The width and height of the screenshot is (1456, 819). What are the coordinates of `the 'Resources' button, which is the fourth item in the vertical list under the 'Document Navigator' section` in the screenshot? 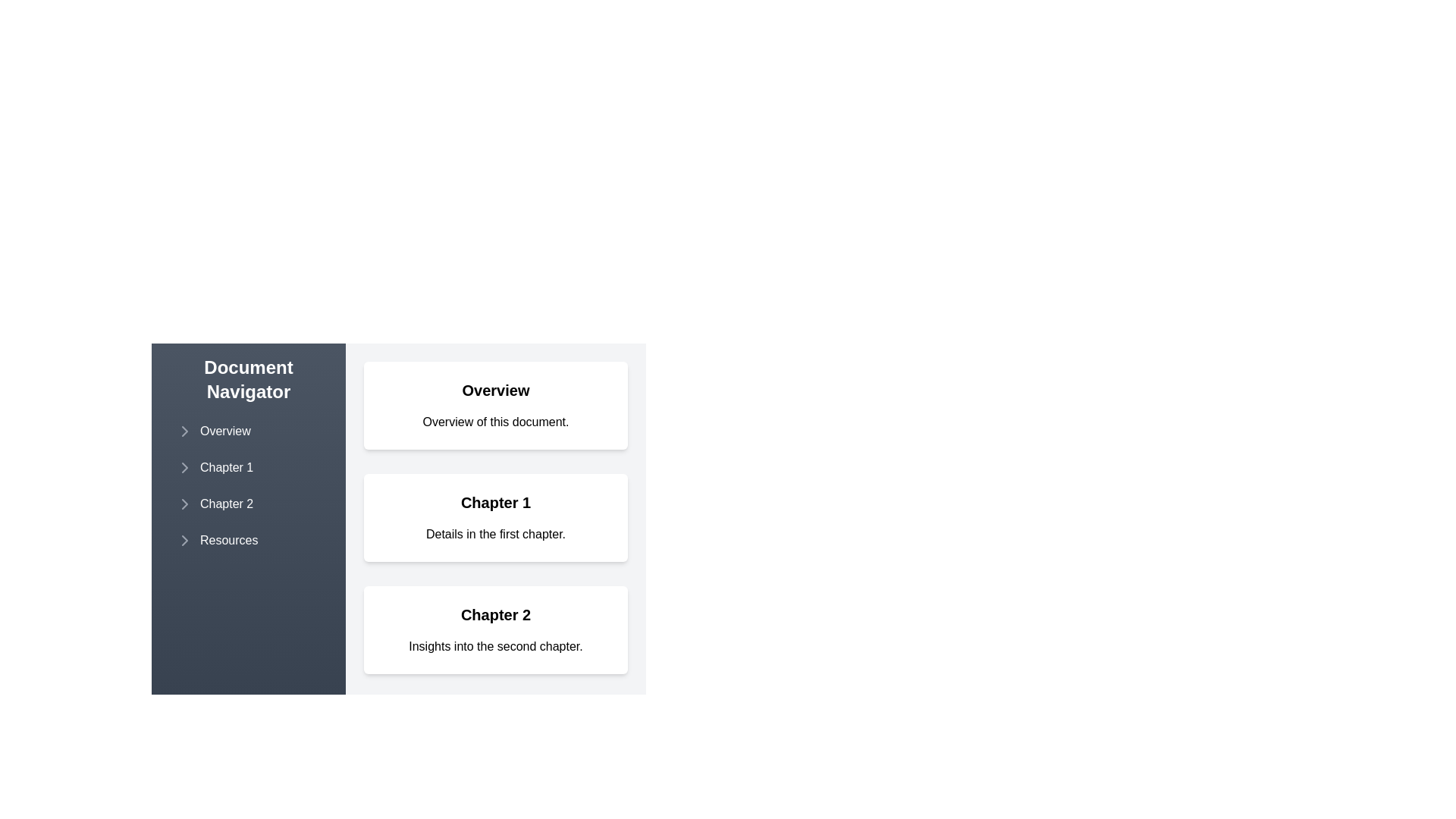 It's located at (248, 540).